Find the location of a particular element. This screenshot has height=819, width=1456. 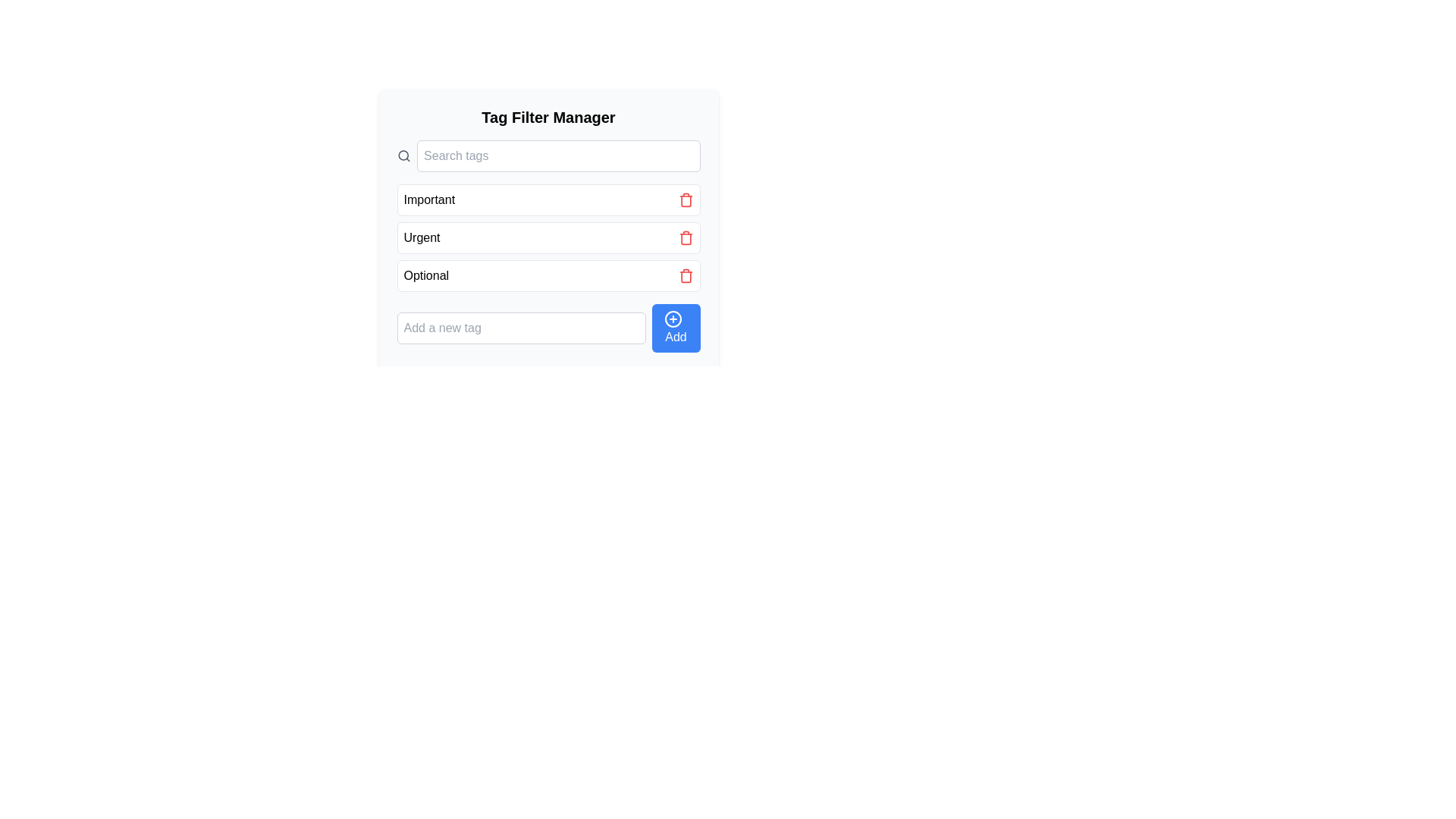

the blue 'Add' button located at the bottom-right of the UI, which features a circular 'plus' sign icon is located at coordinates (672, 318).